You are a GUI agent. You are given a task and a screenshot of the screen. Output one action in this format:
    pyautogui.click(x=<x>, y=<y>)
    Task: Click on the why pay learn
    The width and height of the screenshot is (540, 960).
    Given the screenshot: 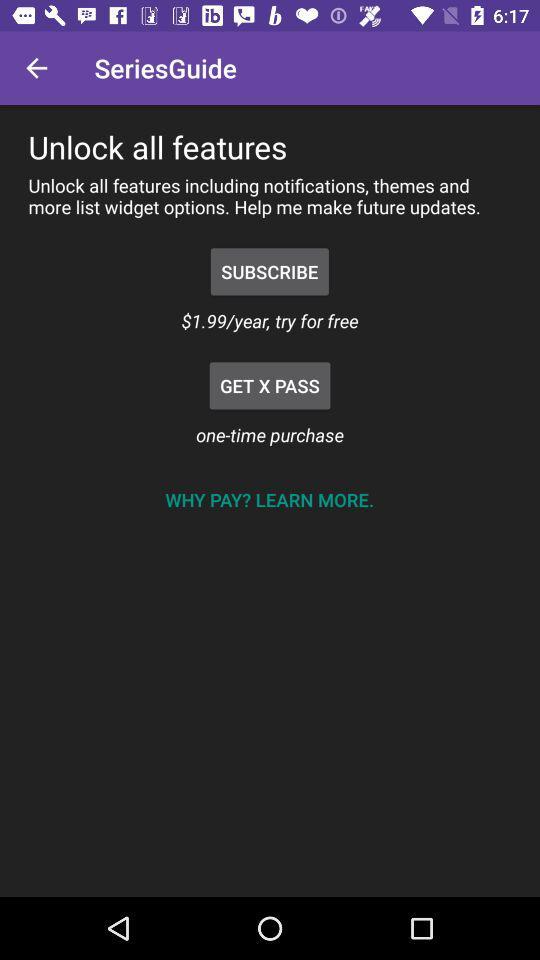 What is the action you would take?
    pyautogui.click(x=269, y=498)
    